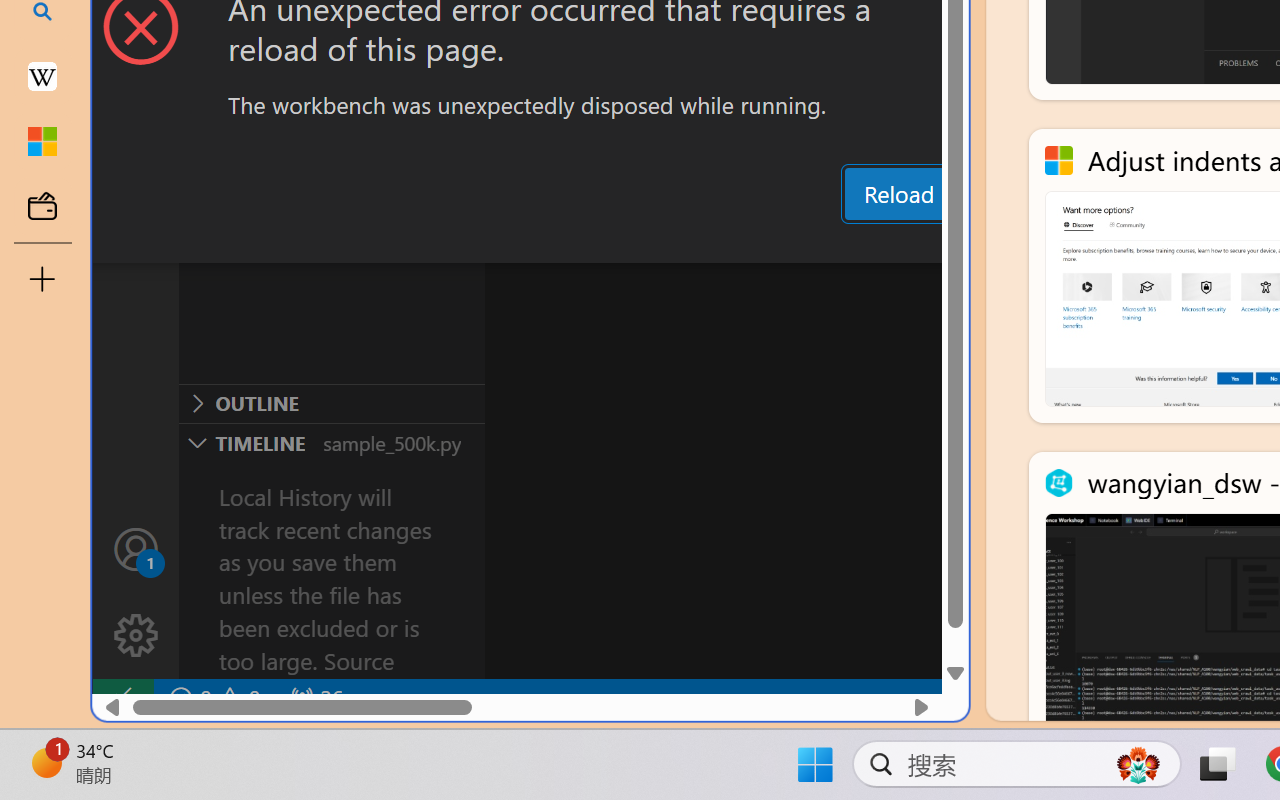 This screenshot has height=800, width=1280. I want to click on 'Earth - Wikipedia', so click(42, 76).